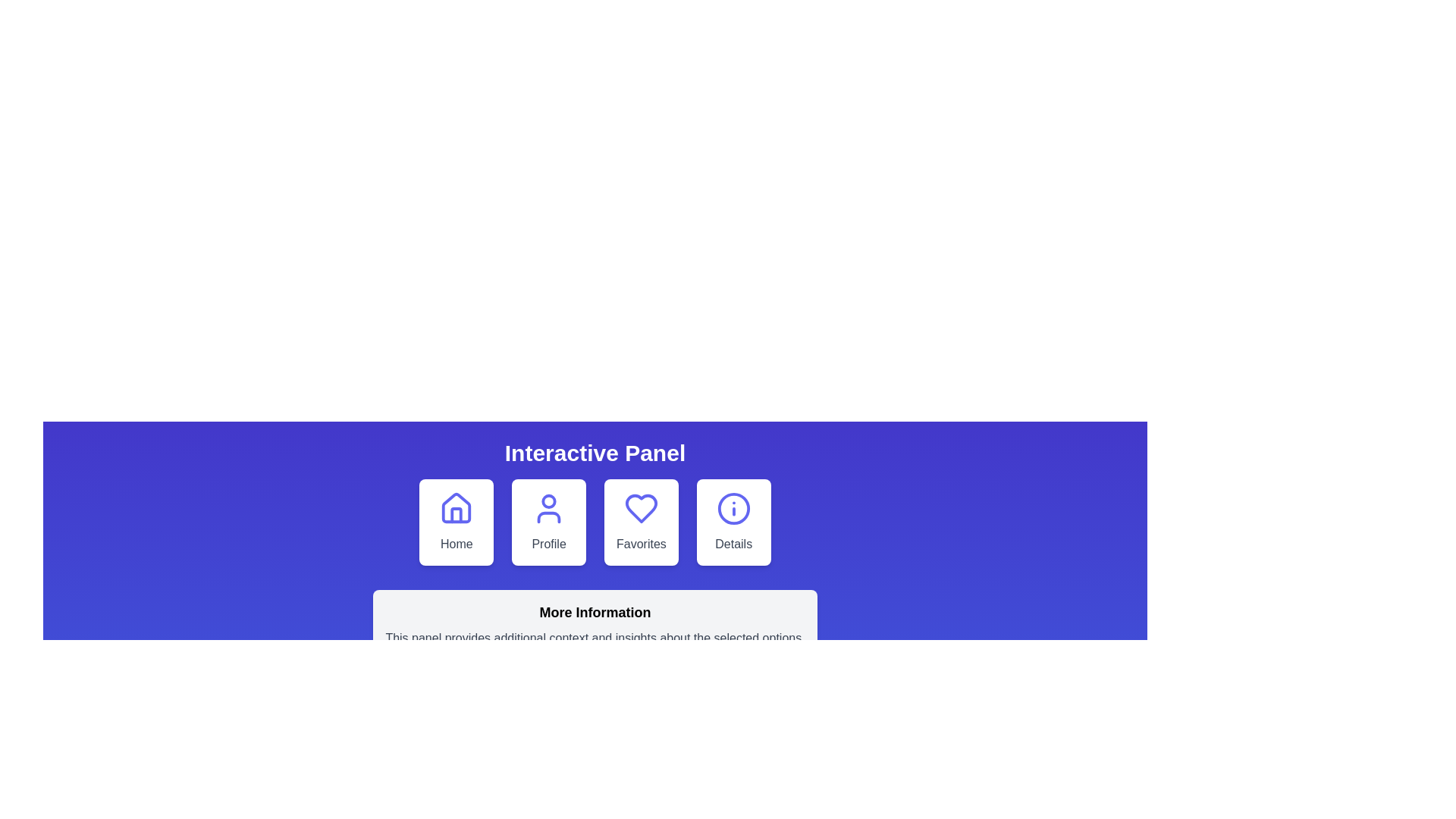  I want to click on the 'Profile' text label located at the bottom section of the second card in a horizontal row, which indicates a profile-related function, so click(548, 543).